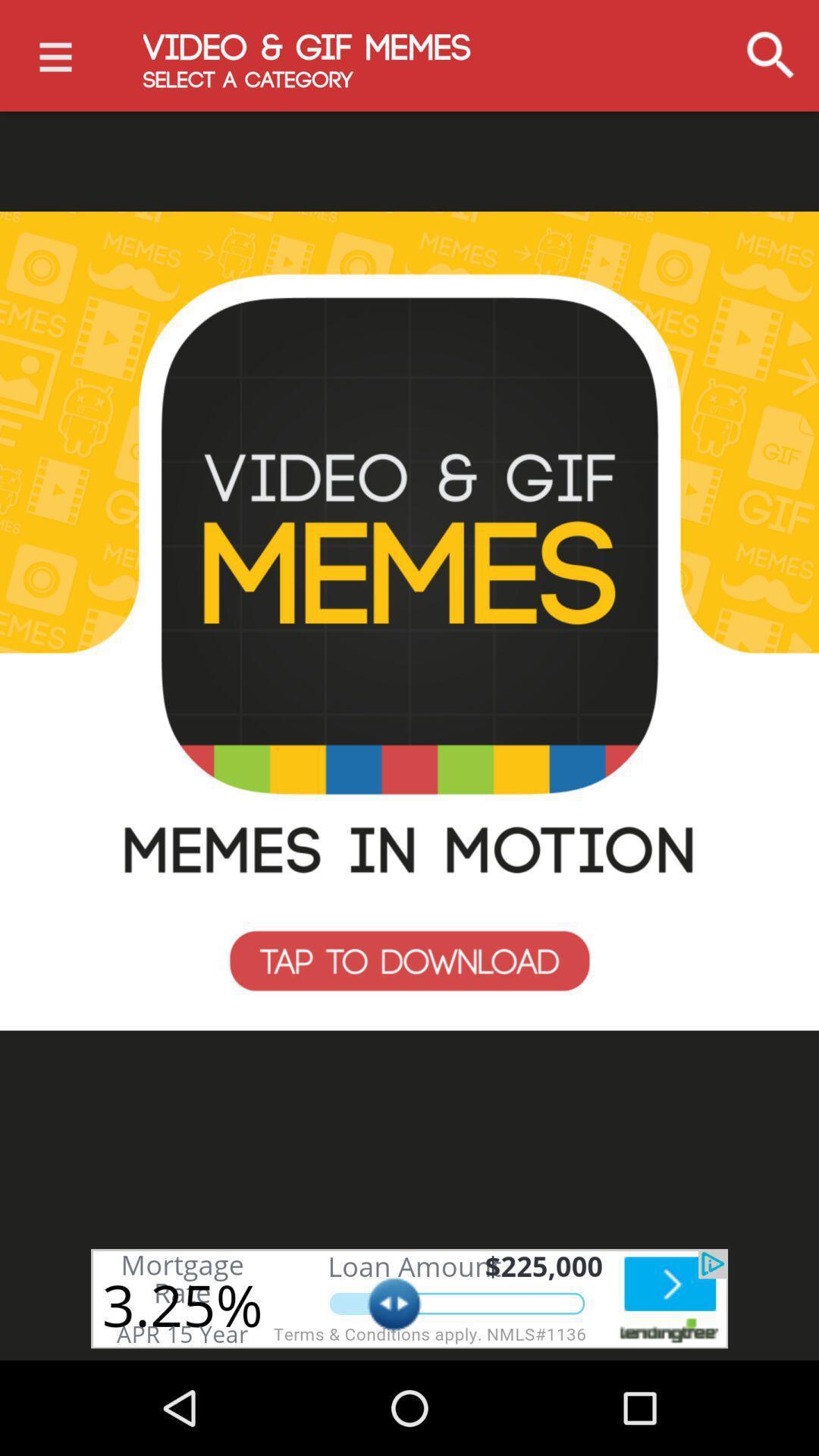  What do you see at coordinates (409, 621) in the screenshot?
I see `main content window` at bounding box center [409, 621].